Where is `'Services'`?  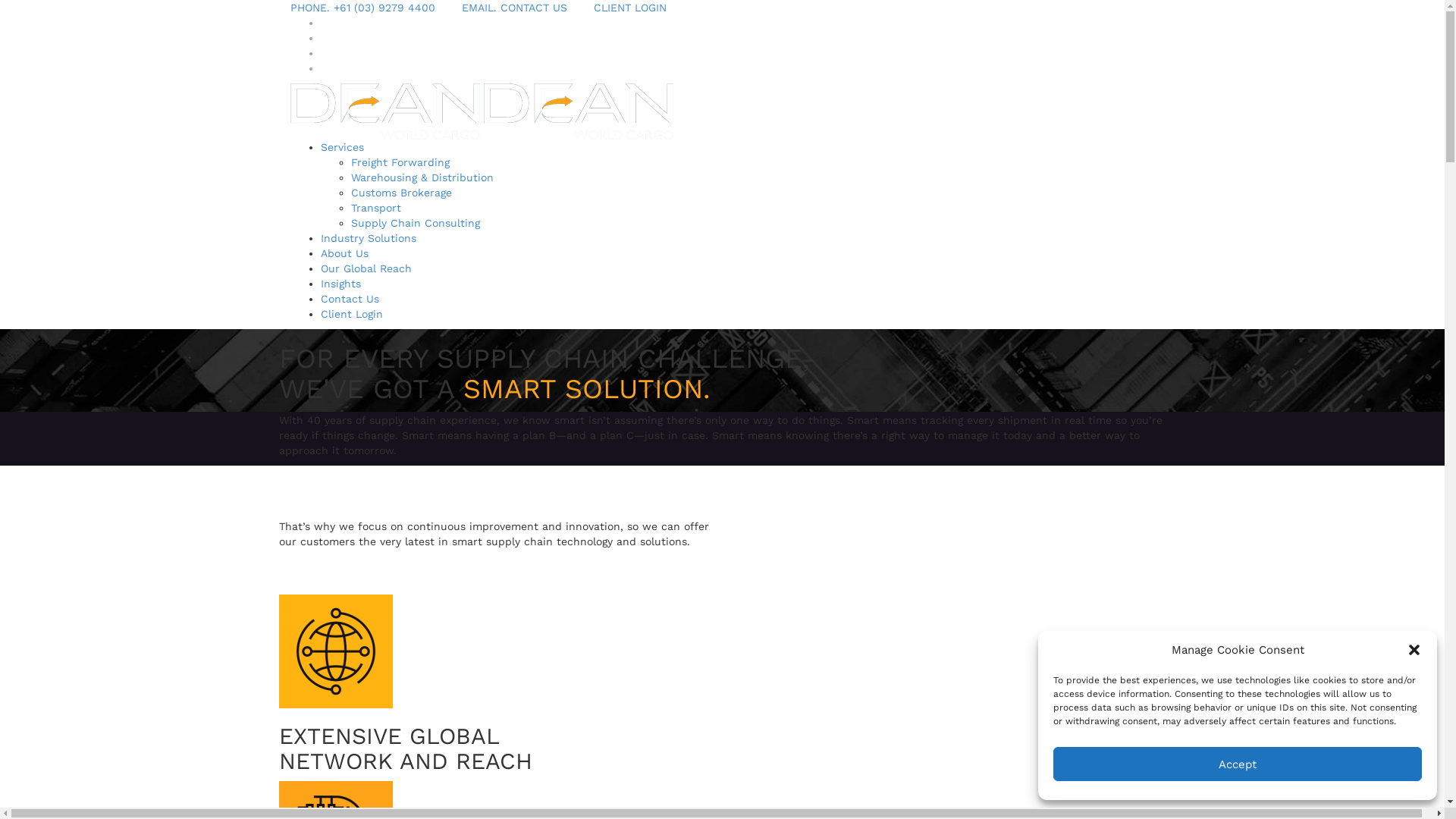
'Services' is located at coordinates (340, 146).